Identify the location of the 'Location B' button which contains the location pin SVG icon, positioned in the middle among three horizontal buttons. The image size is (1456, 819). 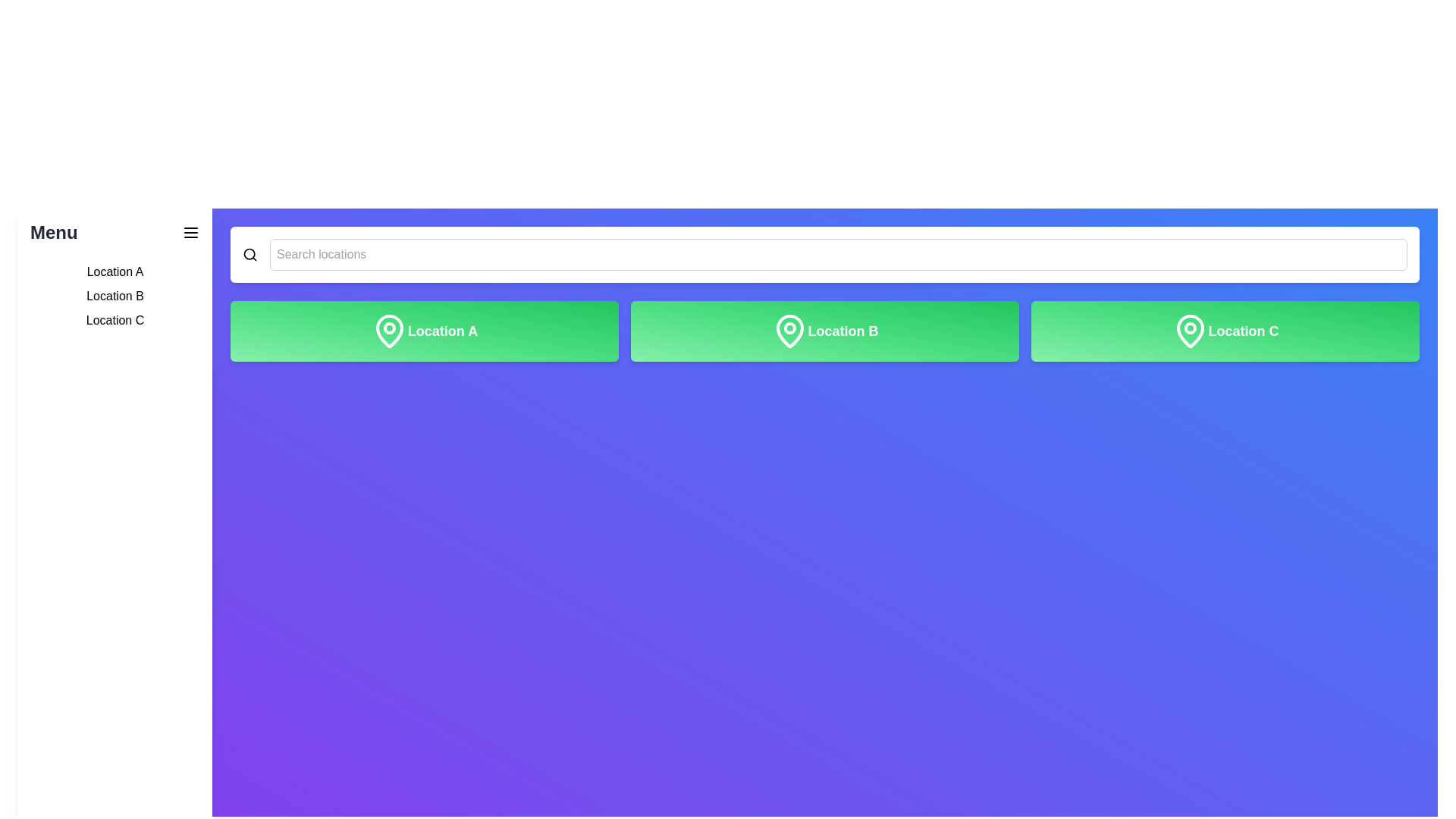
(789, 330).